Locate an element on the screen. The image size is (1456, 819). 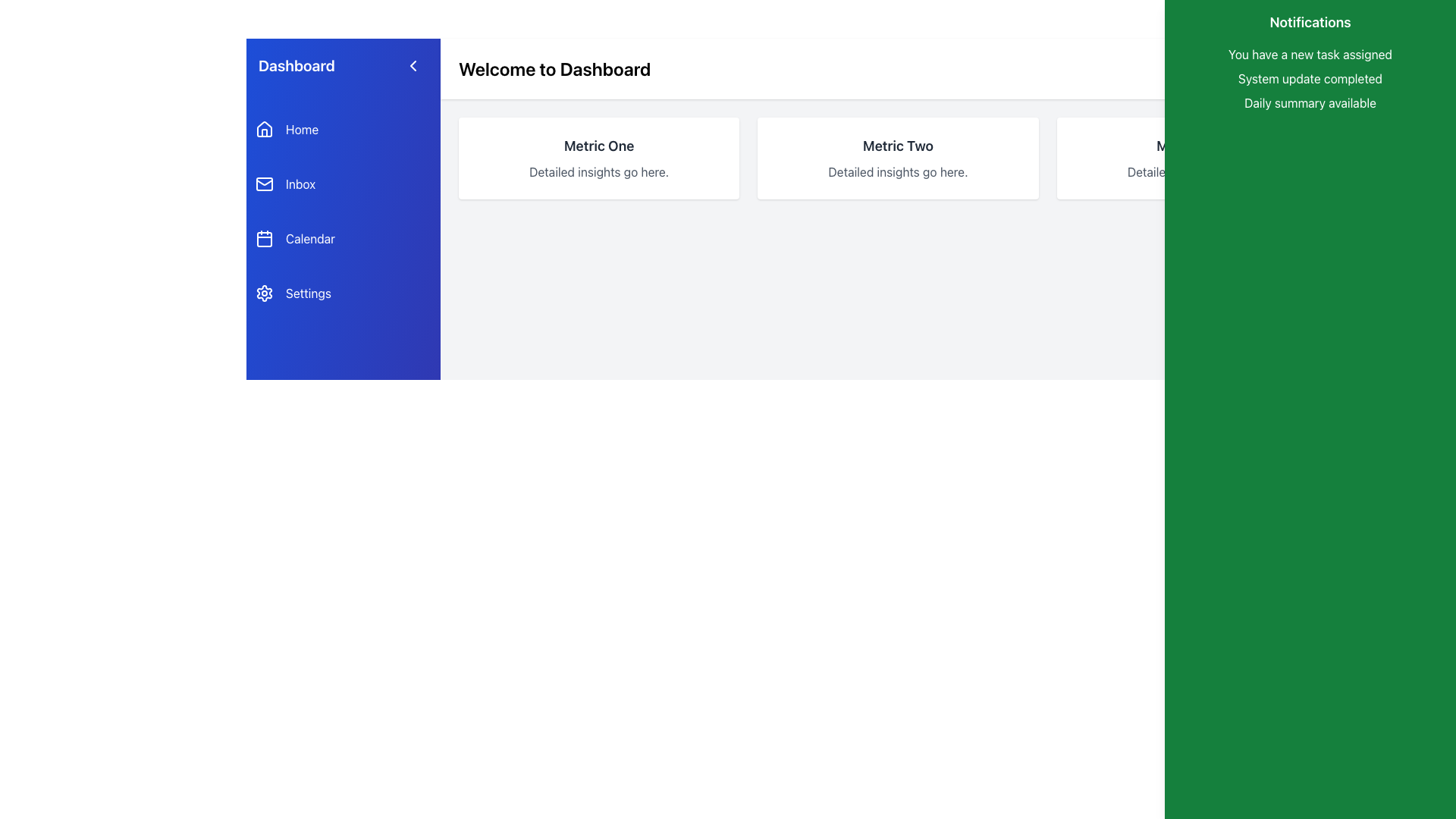
the first static text notification in the right sidebar, which has a green background and informs users of a new task assigned to them is located at coordinates (1310, 54).